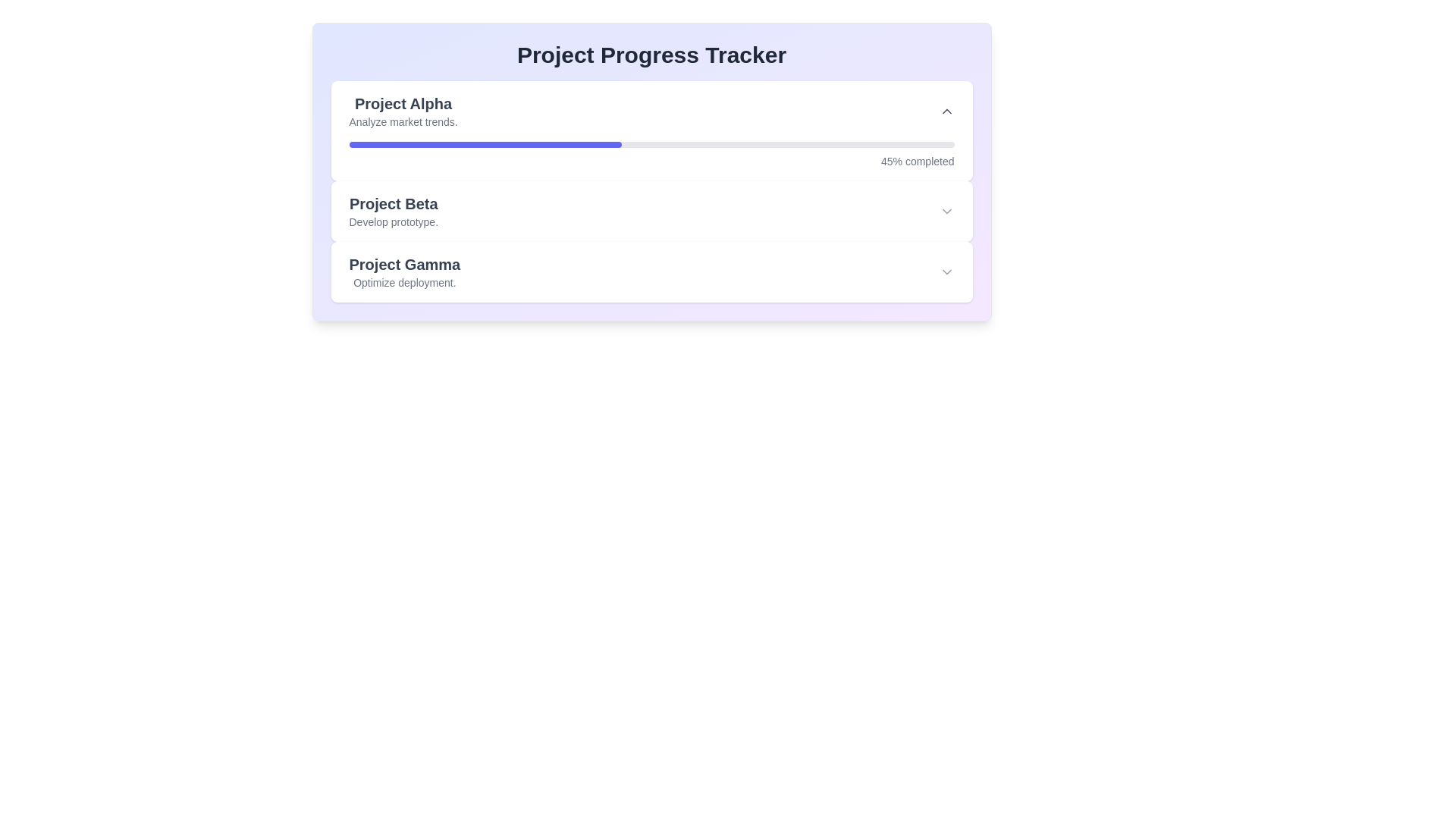 The height and width of the screenshot is (819, 1456). I want to click on the descriptive text label for 'Project Beta' located below the heading, providing additional information about the section, so click(394, 222).